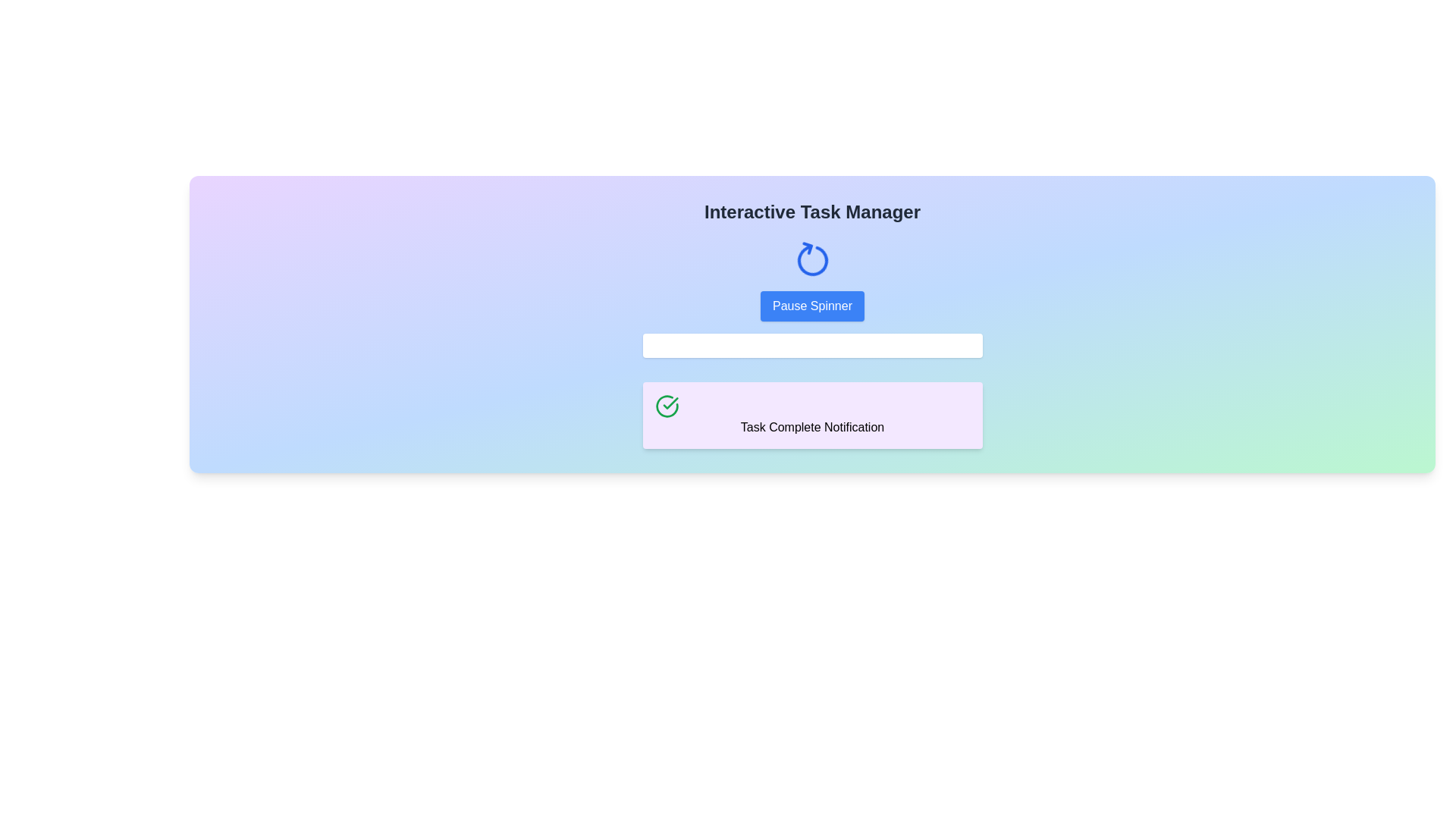 The image size is (1456, 819). Describe the element at coordinates (670, 403) in the screenshot. I see `the green checkmark icon located in the top-left corner of the 'Task Complete Notification' card` at that location.